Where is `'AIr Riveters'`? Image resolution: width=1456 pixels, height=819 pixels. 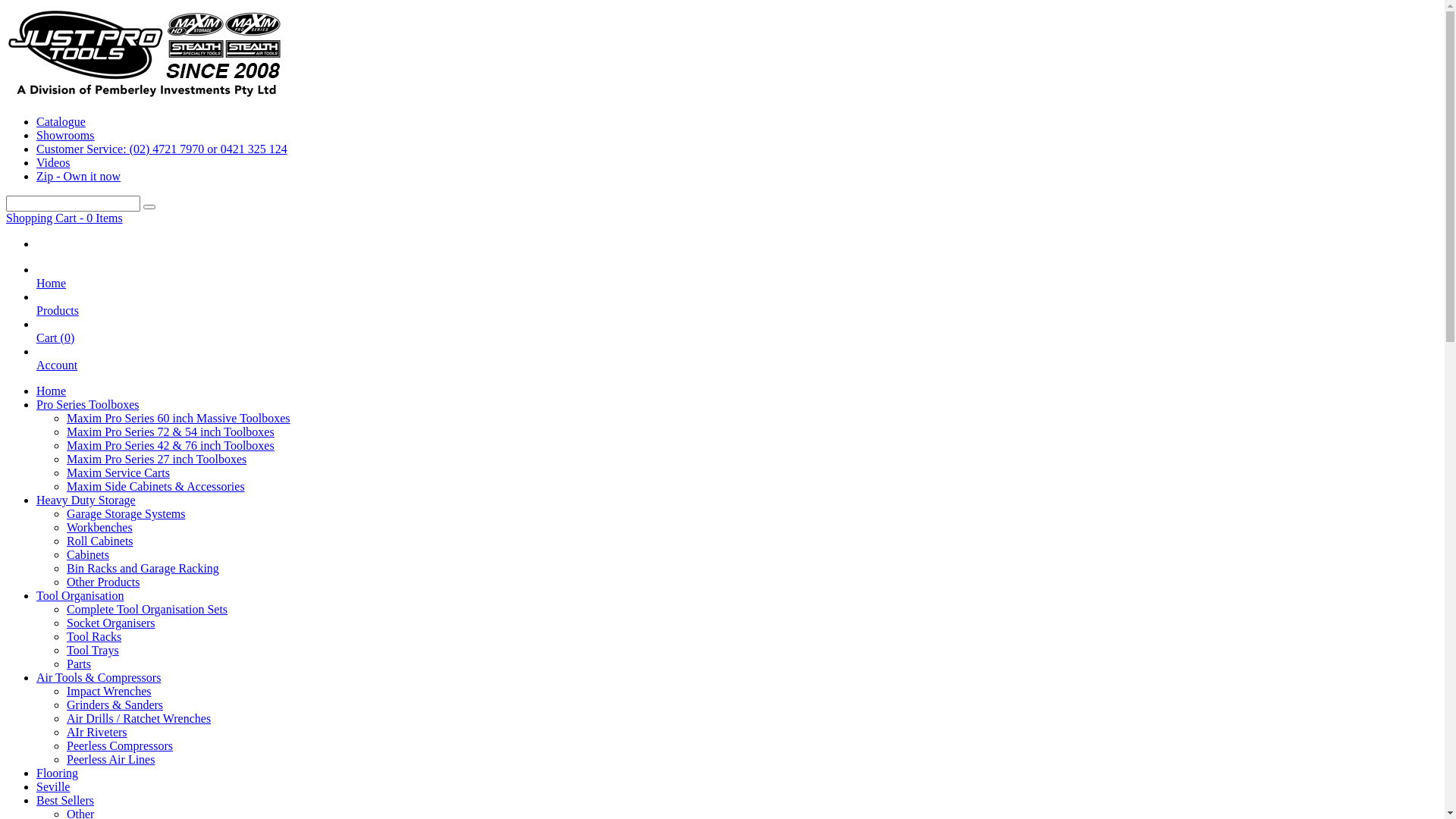 'AIr Riveters' is located at coordinates (96, 731).